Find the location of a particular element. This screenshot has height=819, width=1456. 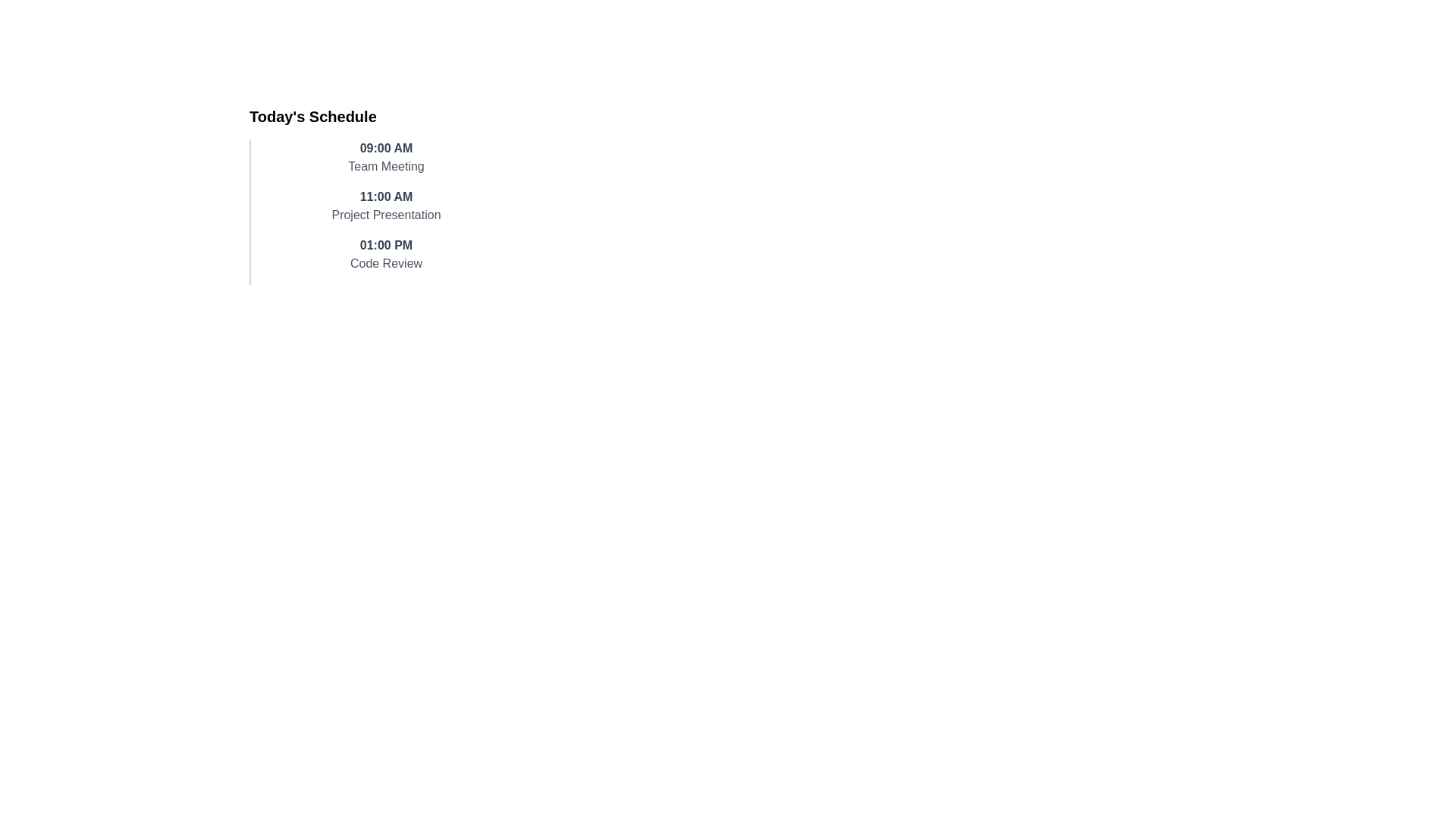

the Text Label indicating 'Code Review' associated with the '01:00 PM' time slot in the 'Today's Schedule.' is located at coordinates (386, 262).